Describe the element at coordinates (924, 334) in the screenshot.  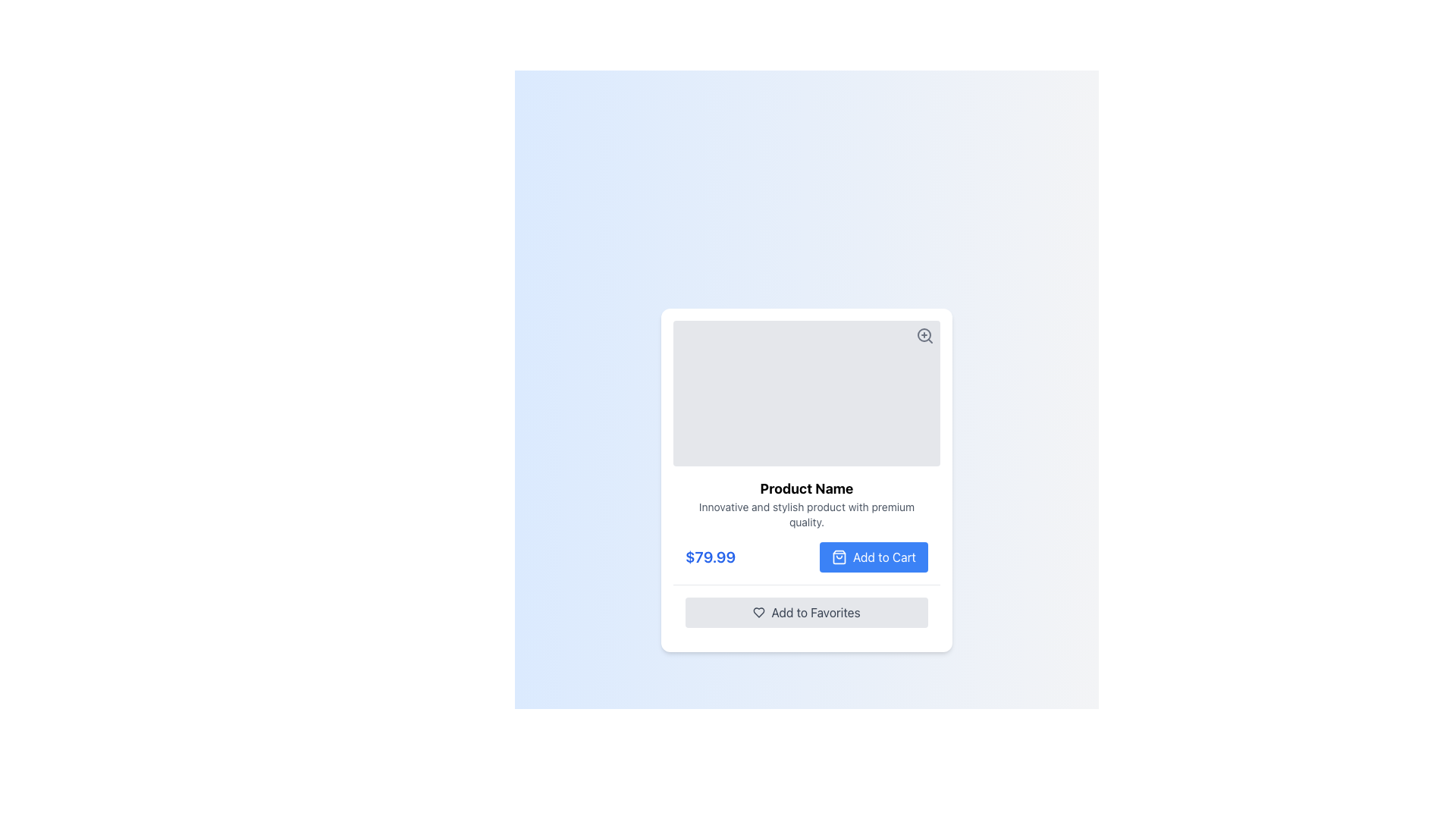
I see `the zoom-in icon located at the top-right corner of the rectangular card with a light gray background and rounded edges` at that location.